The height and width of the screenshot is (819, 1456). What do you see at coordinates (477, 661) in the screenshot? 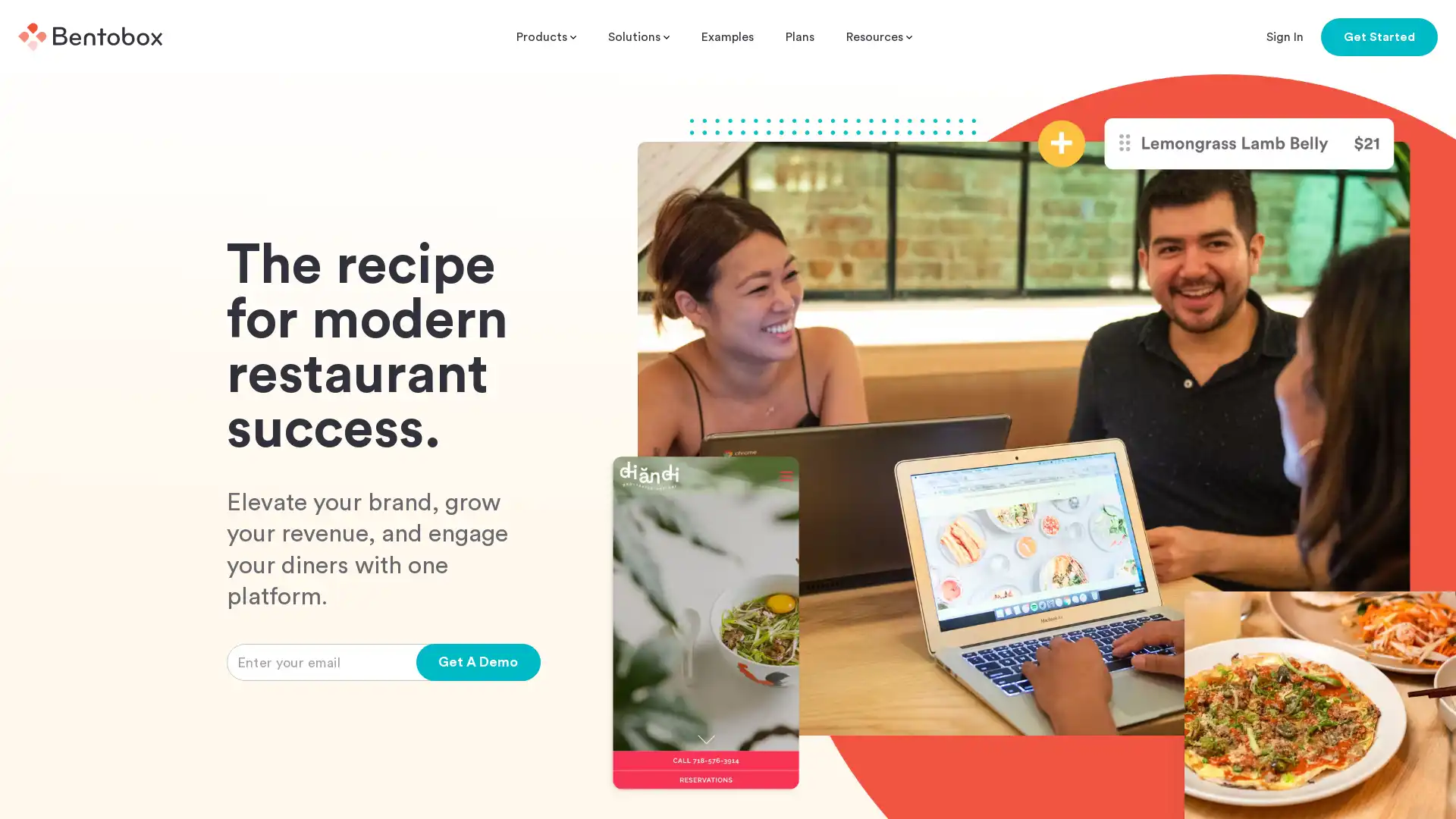
I see `Get A Demo` at bounding box center [477, 661].